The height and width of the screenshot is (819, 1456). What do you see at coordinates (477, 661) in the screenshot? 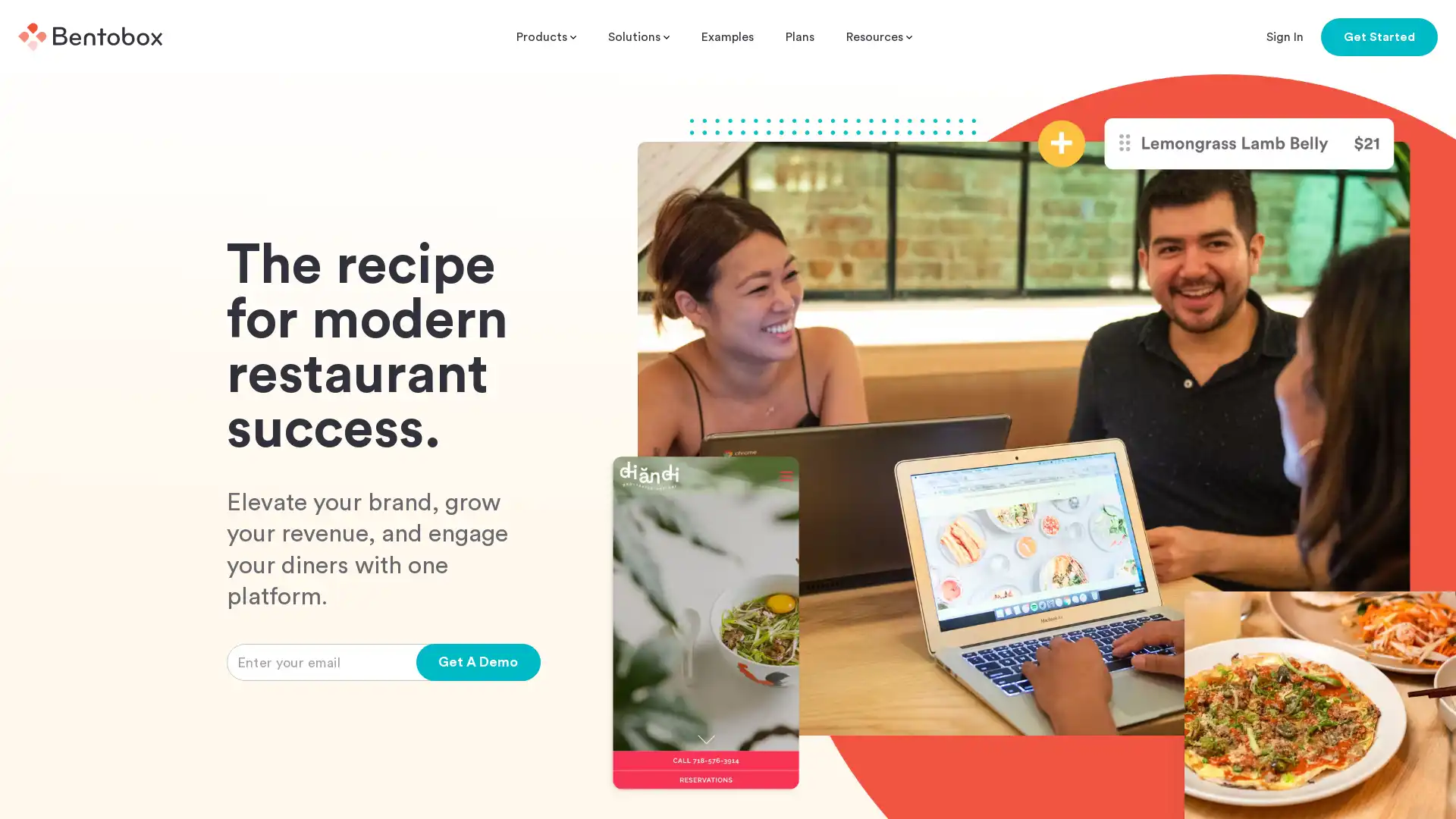
I see `Get A Demo` at bounding box center [477, 661].